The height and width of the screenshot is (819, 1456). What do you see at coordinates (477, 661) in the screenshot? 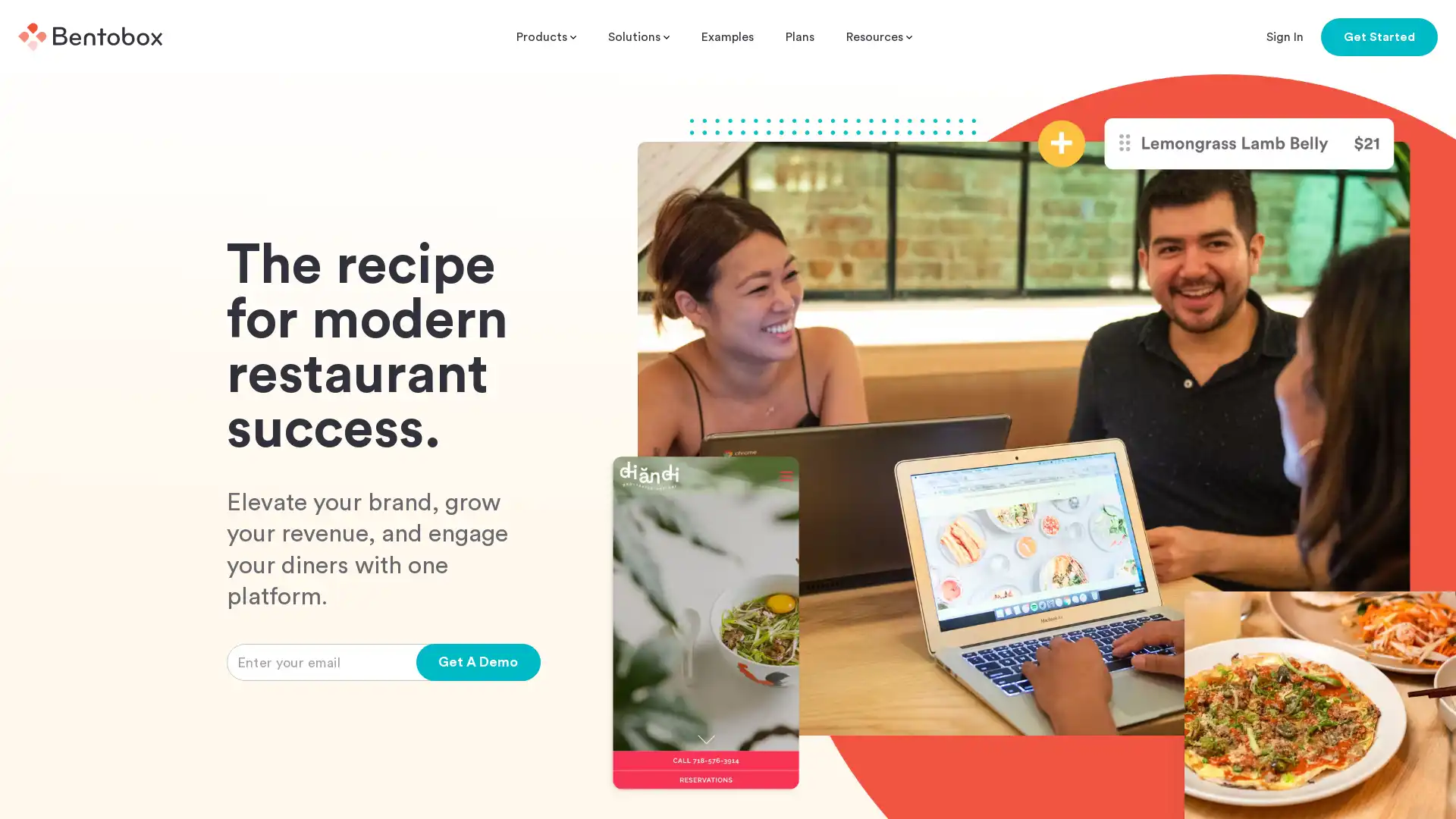
I see `Get A Demo` at bounding box center [477, 661].